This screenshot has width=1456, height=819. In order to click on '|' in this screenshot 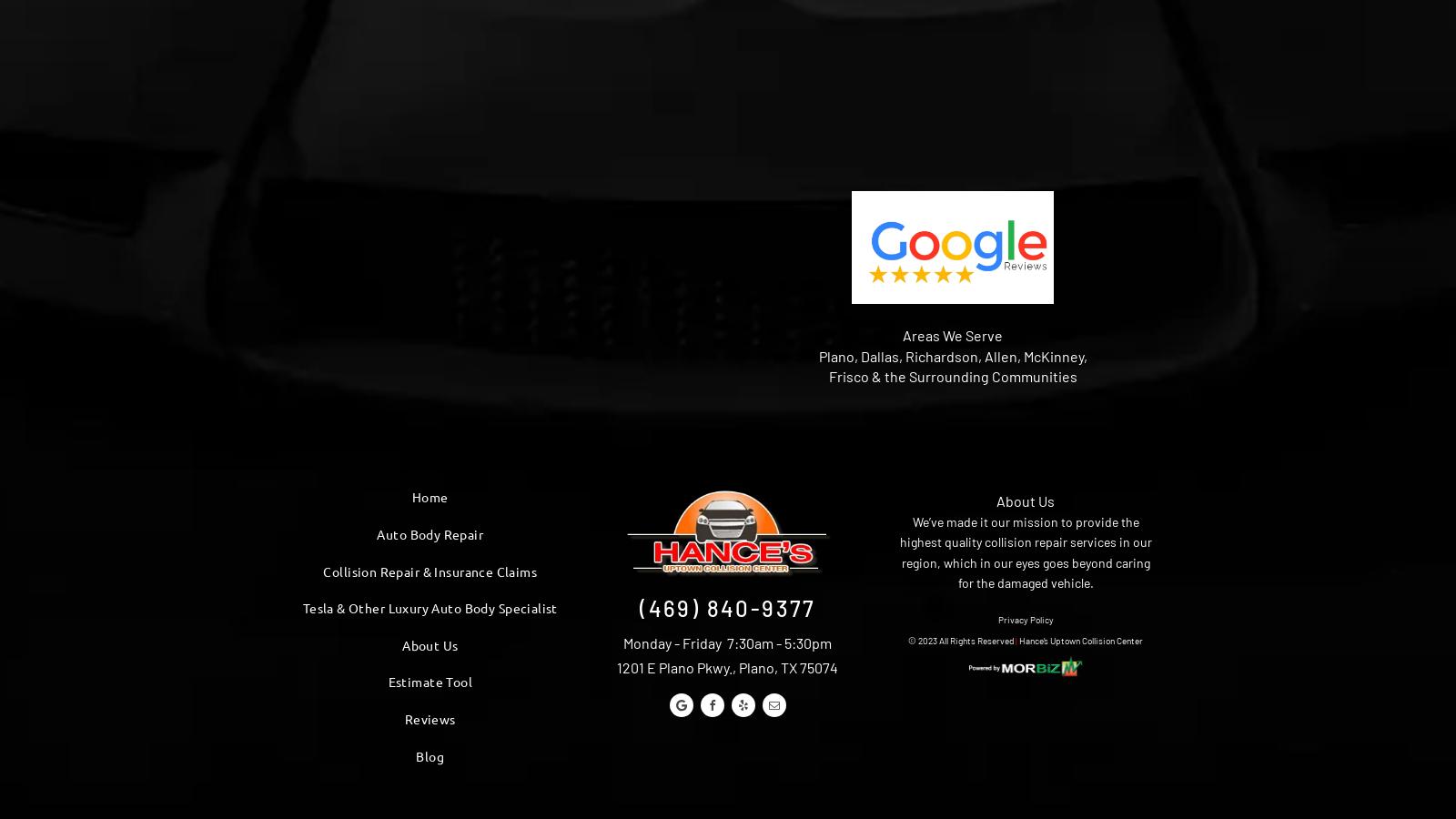, I will do `click(1016, 639)`.